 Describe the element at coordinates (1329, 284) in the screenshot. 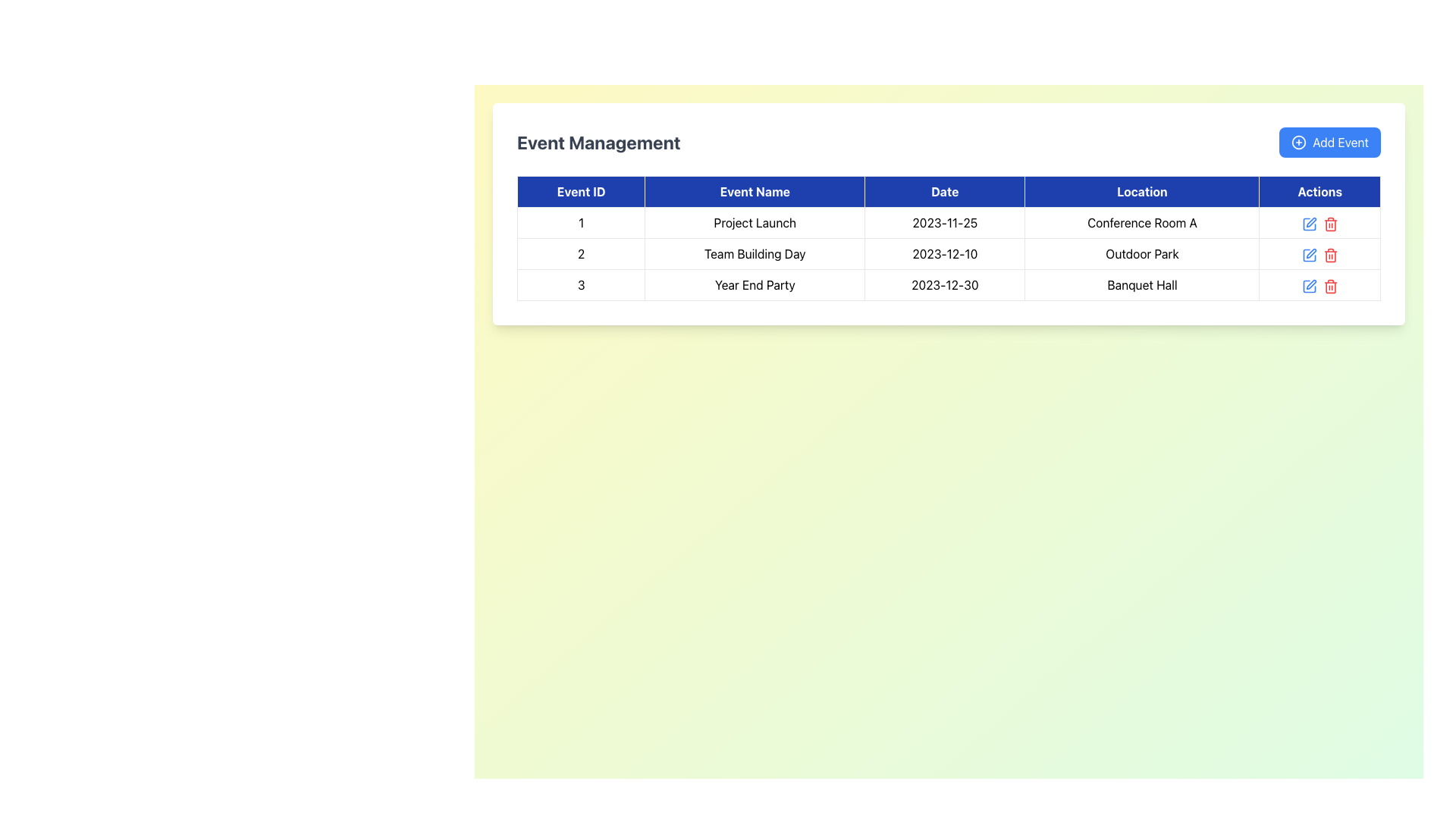

I see `the red trash can icon in the 'Actions' column of the last row under 'Event Management'` at that location.